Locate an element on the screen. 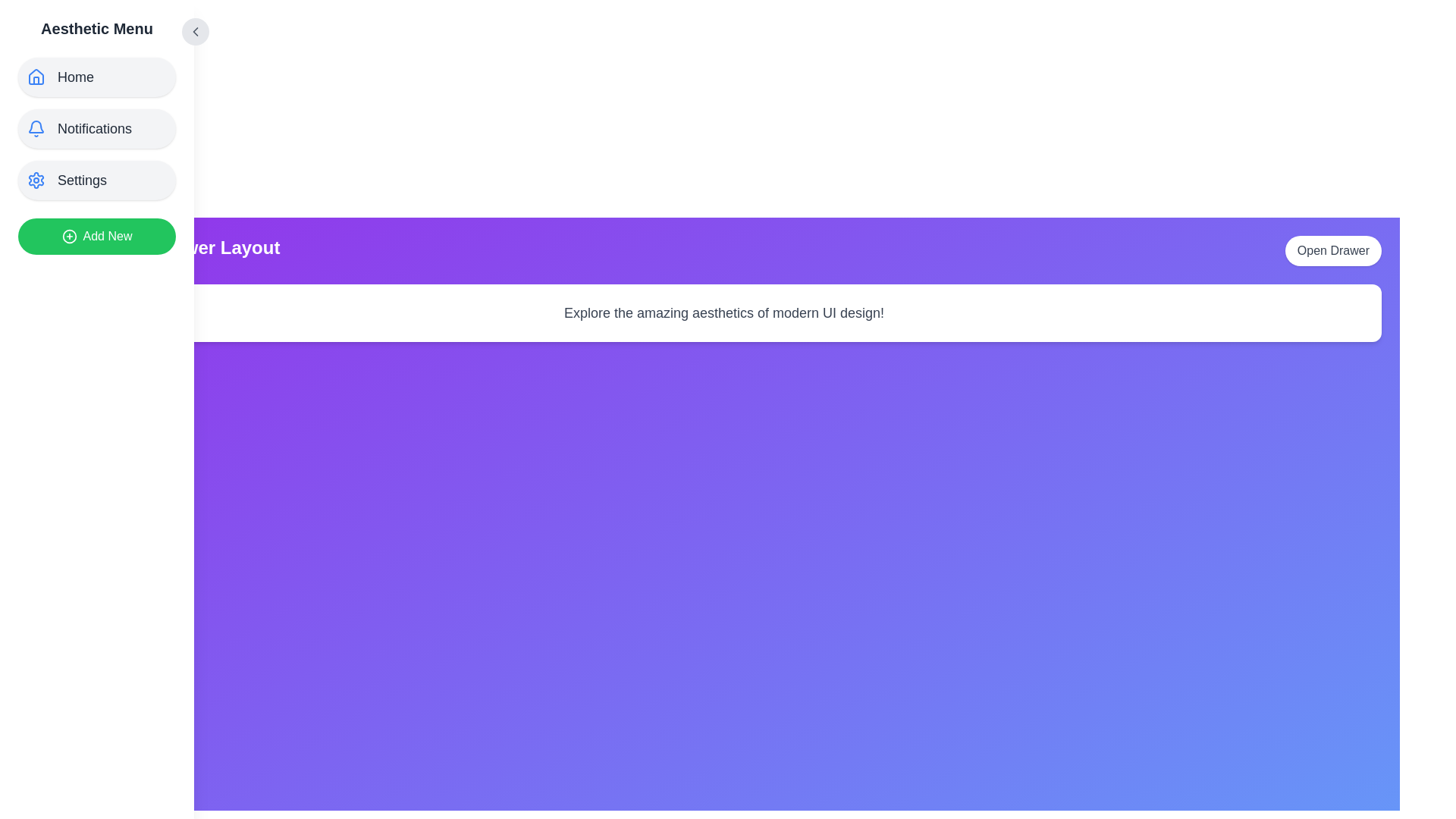  the circular icon within the green 'Add New' button located in the left-hand menu panel is located at coordinates (68, 237).